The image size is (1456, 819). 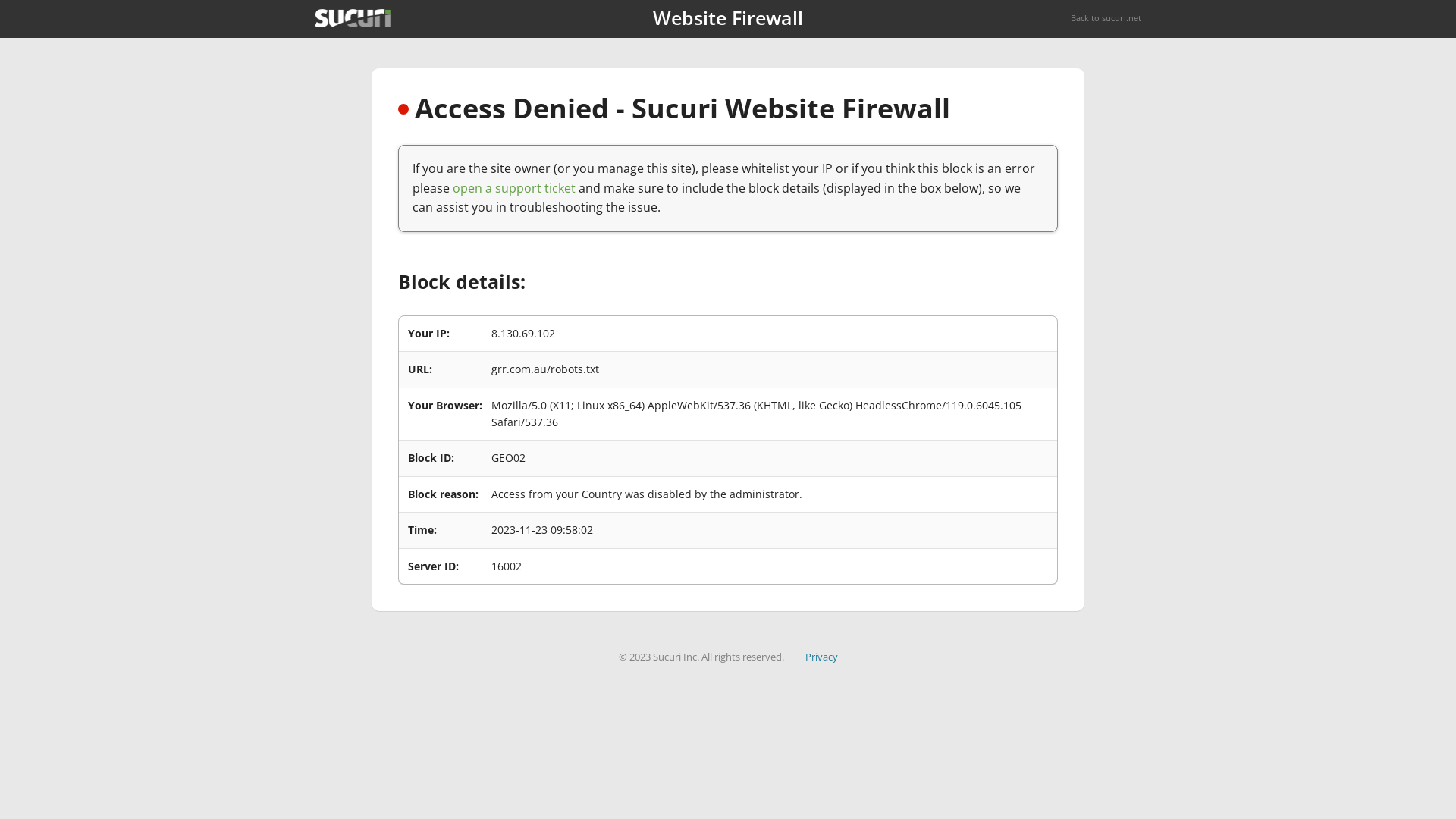 What do you see at coordinates (821, 656) in the screenshot?
I see `'Privacy'` at bounding box center [821, 656].